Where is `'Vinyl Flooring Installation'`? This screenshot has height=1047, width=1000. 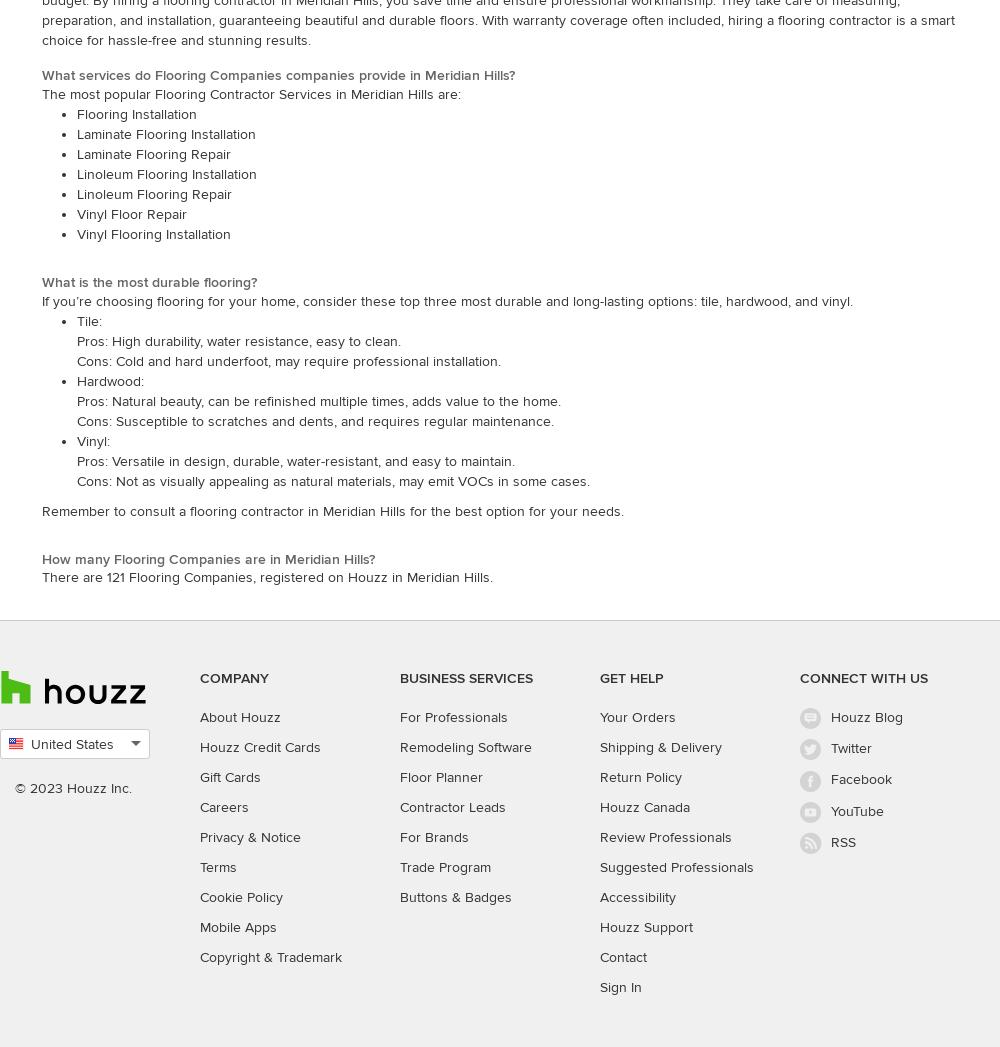 'Vinyl Flooring Installation' is located at coordinates (154, 232).